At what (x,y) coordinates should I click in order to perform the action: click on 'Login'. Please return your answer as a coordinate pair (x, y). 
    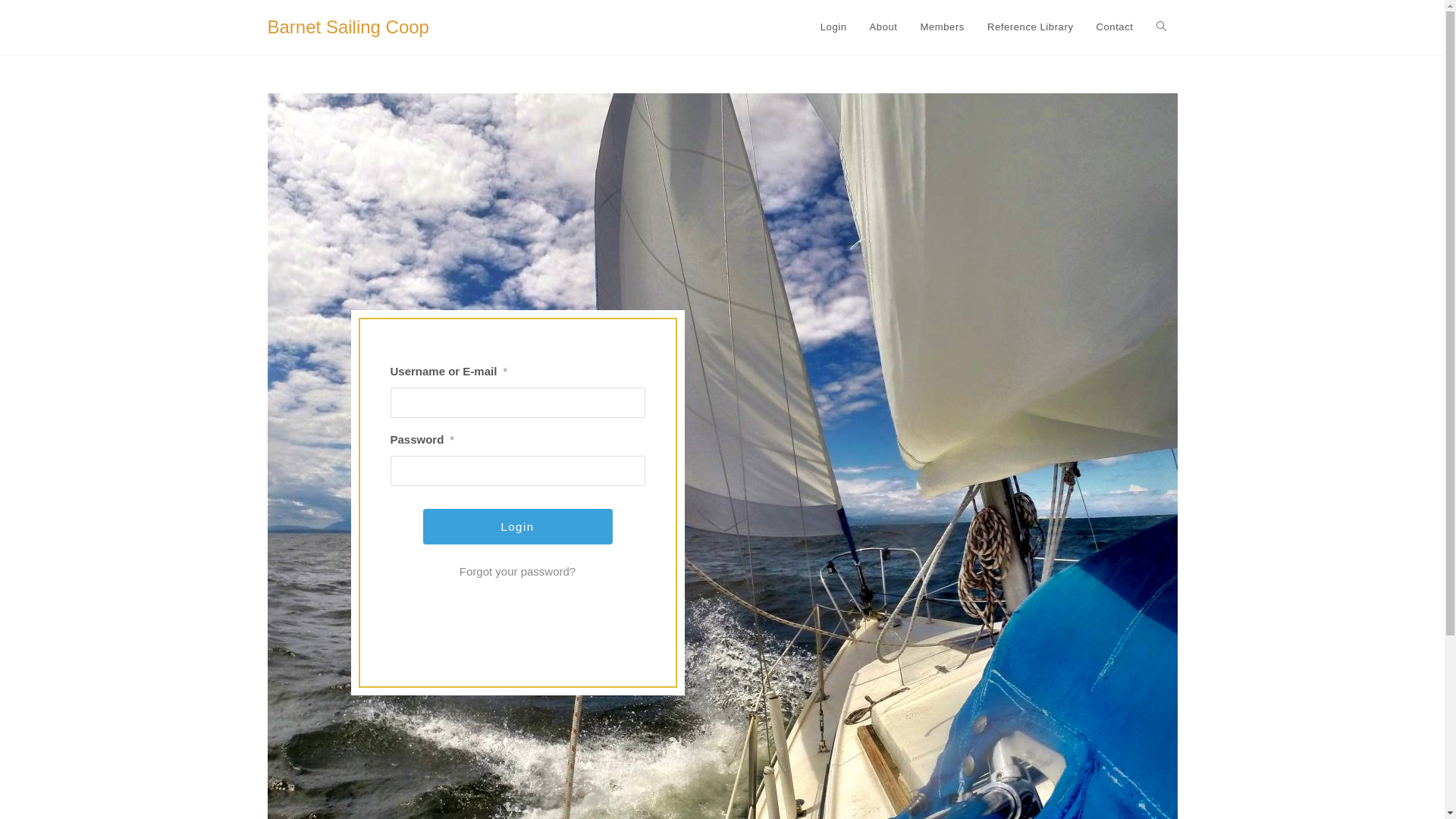
    Looking at the image, I should click on (833, 27).